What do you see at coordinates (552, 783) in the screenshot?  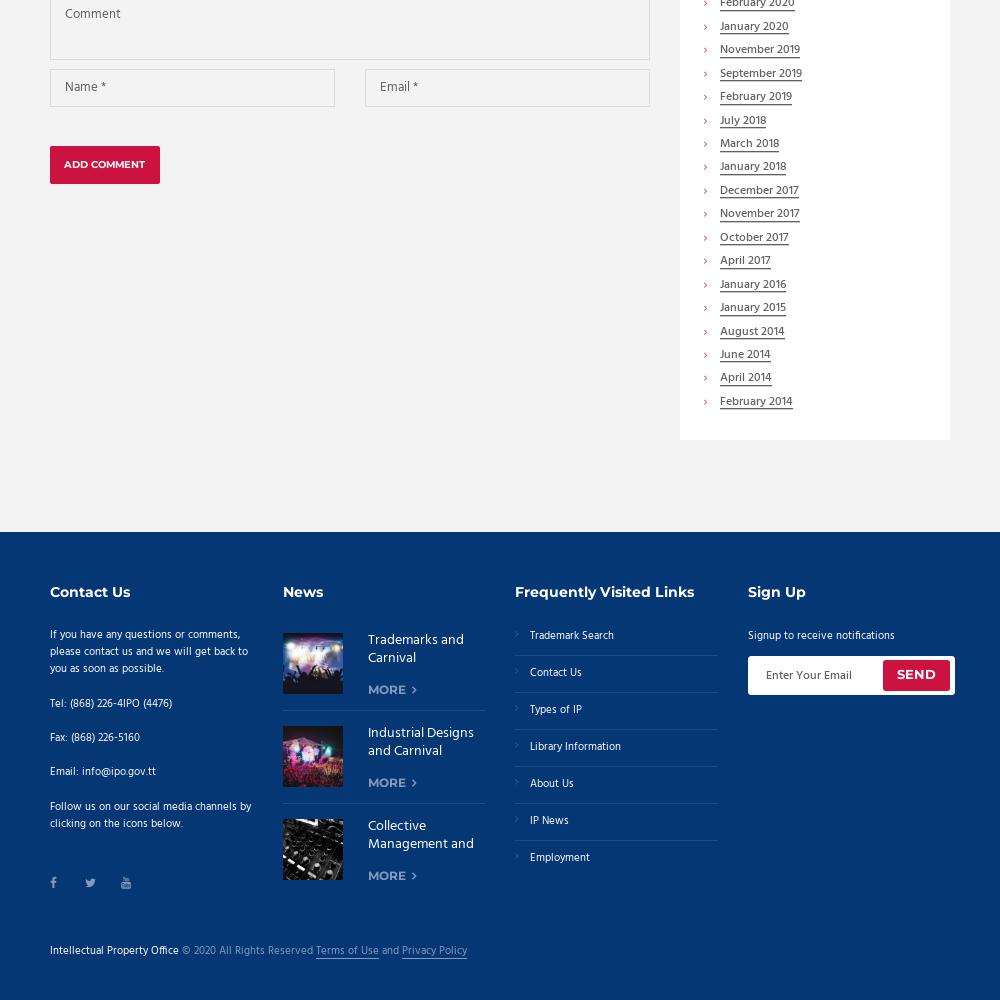 I see `'About Us'` at bounding box center [552, 783].